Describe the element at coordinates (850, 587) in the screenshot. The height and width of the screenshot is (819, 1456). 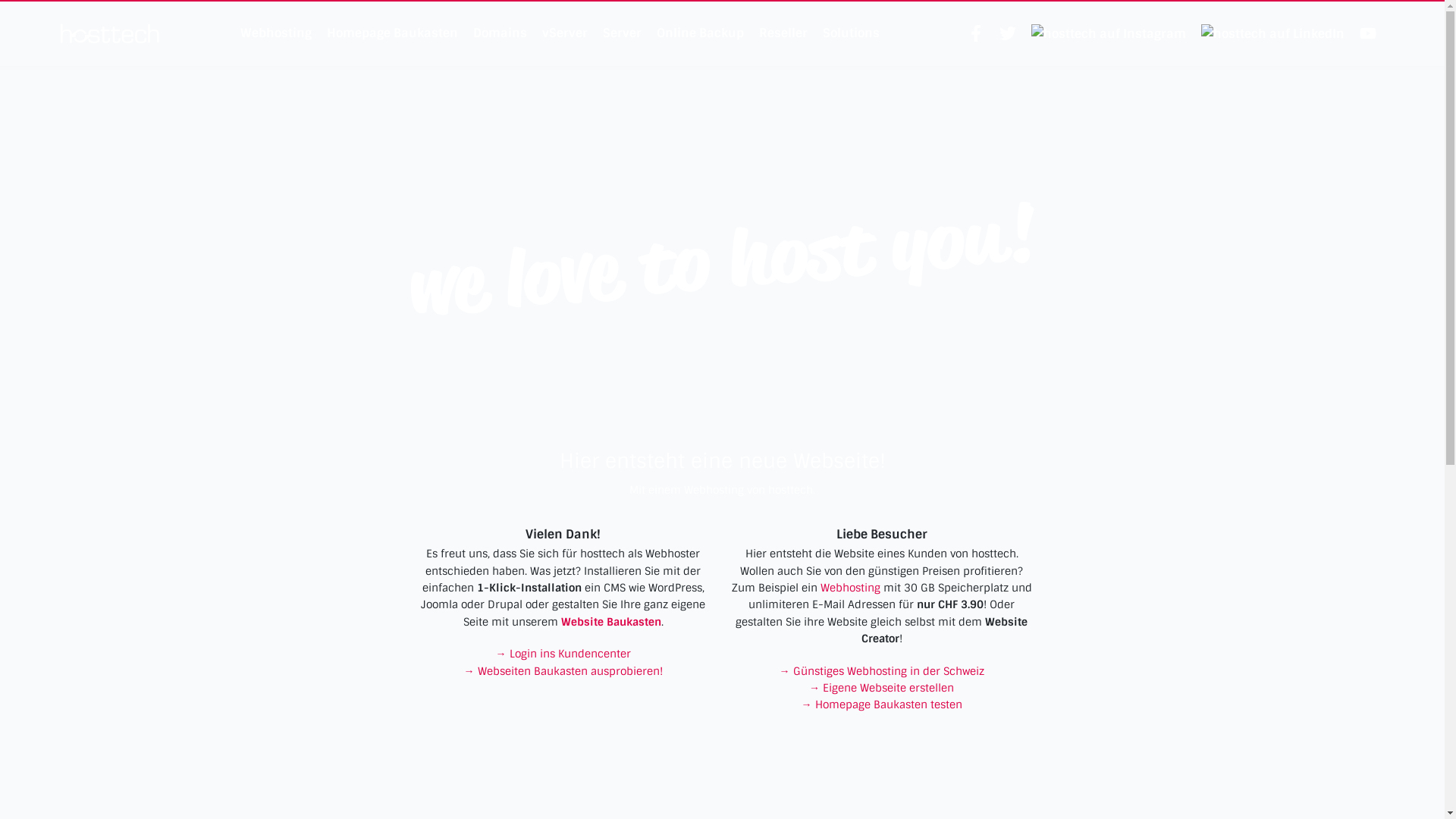
I see `'Webhosting'` at that location.